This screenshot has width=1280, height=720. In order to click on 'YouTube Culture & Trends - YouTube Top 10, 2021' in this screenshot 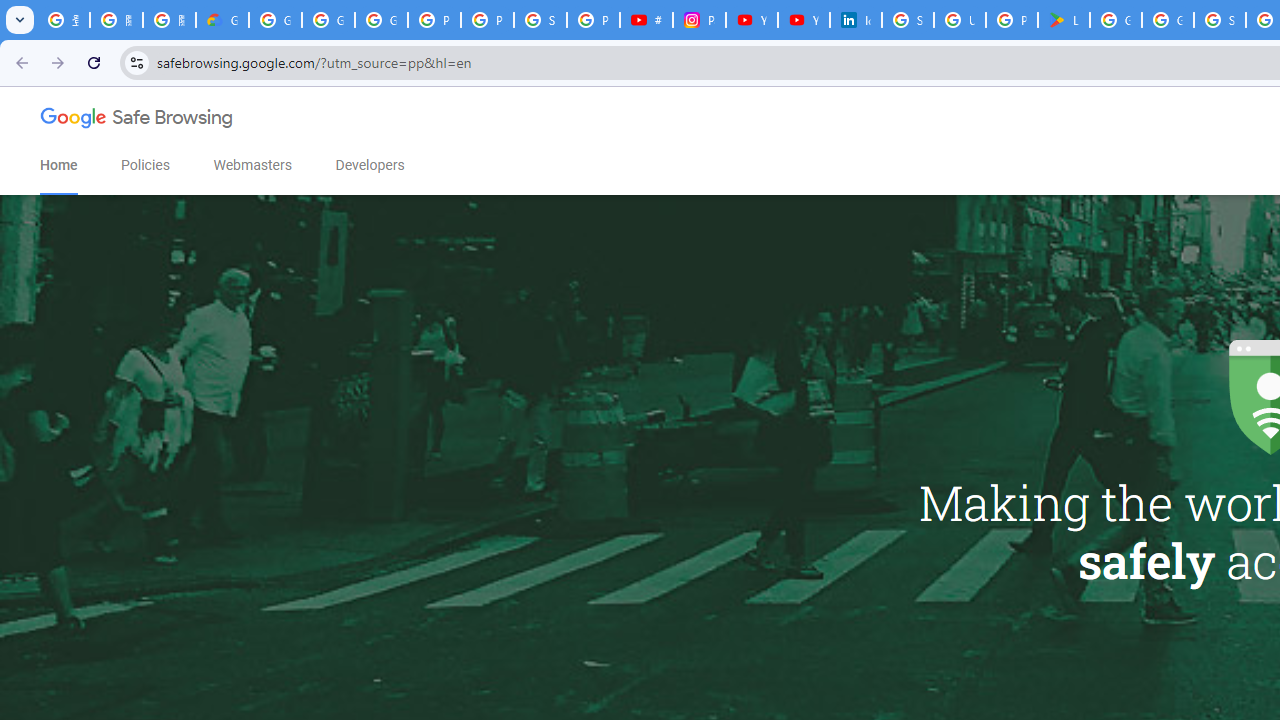, I will do `click(803, 20)`.